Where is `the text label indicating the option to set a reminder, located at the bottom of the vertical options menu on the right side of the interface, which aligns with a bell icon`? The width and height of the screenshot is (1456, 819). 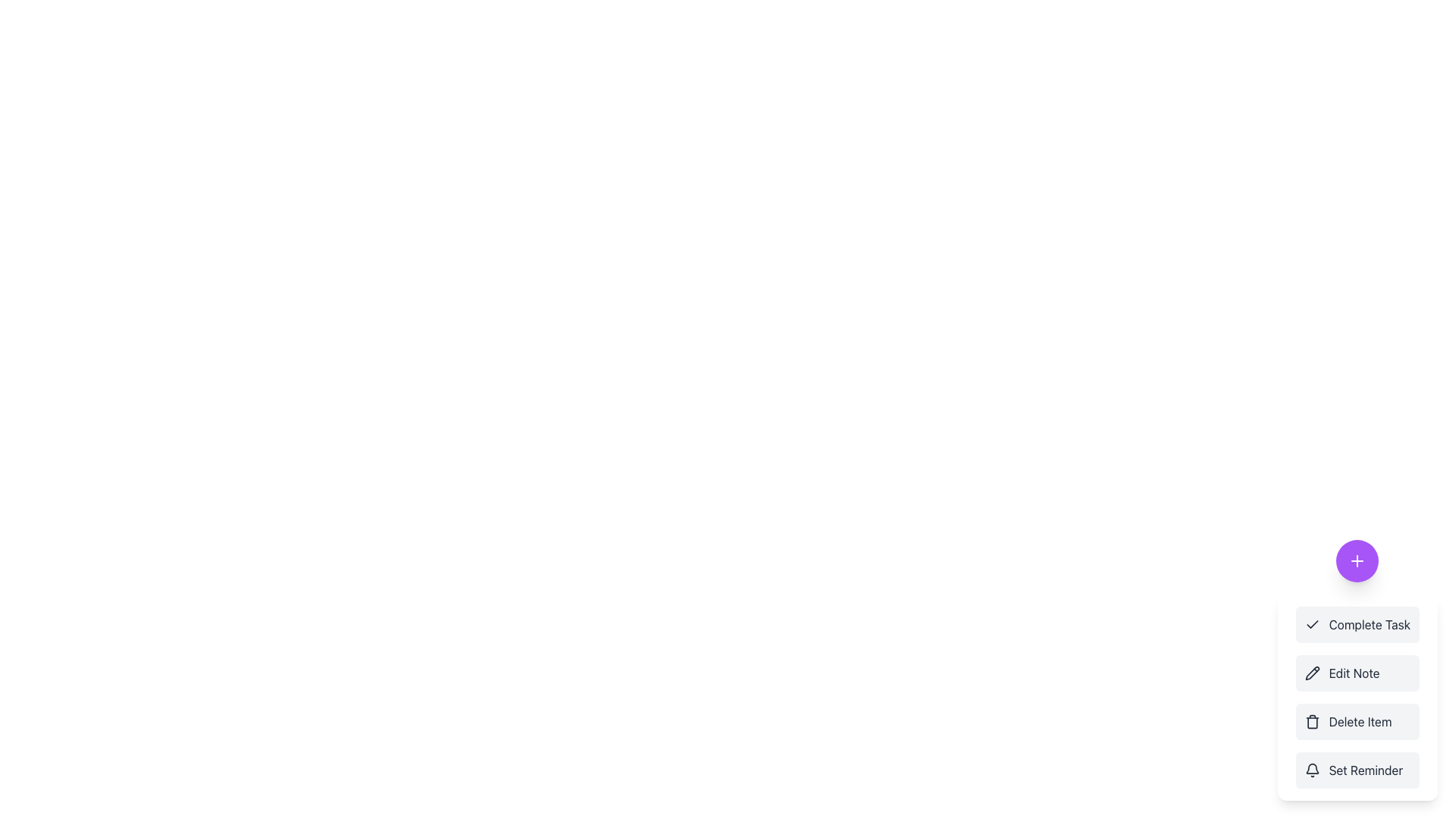 the text label indicating the option to set a reminder, located at the bottom of the vertical options menu on the right side of the interface, which aligns with a bell icon is located at coordinates (1366, 770).